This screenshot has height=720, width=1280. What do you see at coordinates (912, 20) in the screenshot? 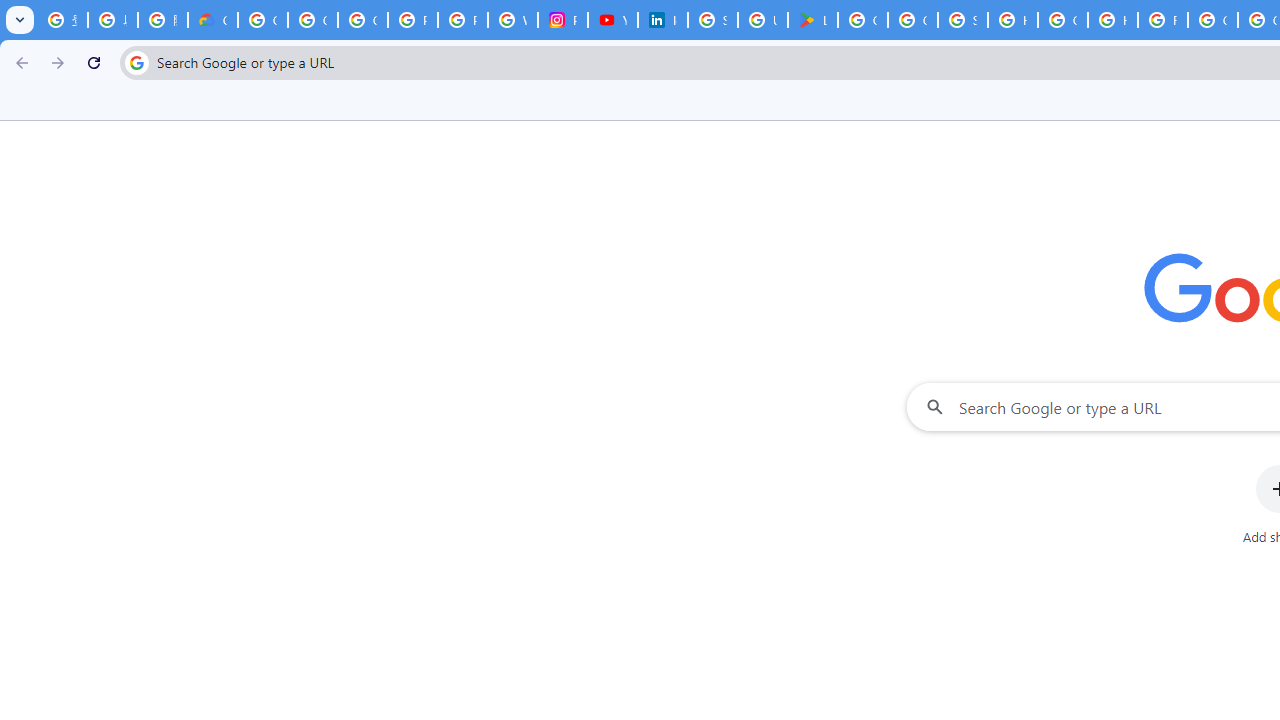
I see `'Google Workspace - Specific Terms'` at bounding box center [912, 20].